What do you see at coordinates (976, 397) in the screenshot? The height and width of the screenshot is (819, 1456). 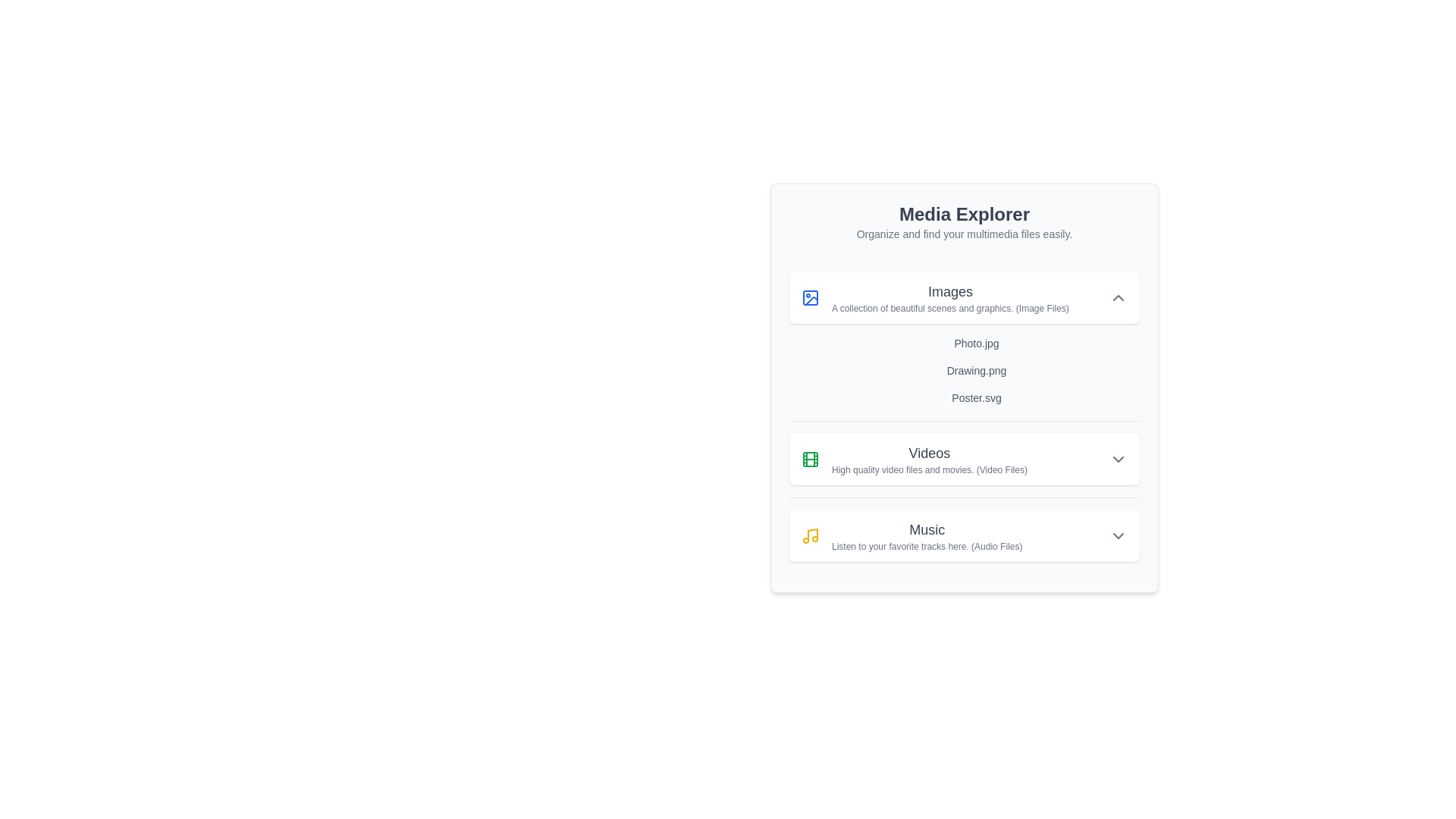 I see `the 'Poster.svg' text label` at bounding box center [976, 397].